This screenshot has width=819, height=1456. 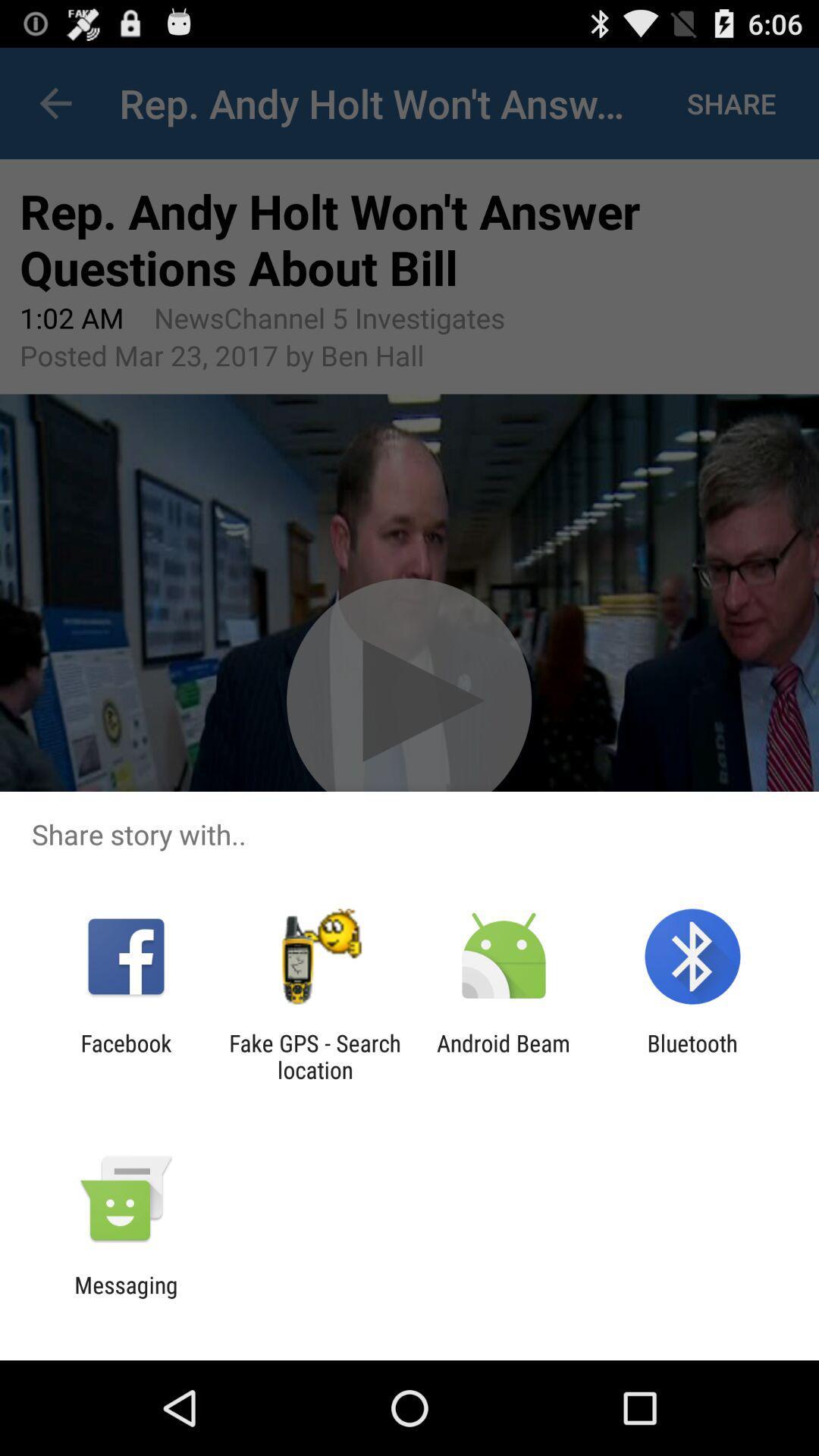 What do you see at coordinates (504, 1056) in the screenshot?
I see `item next to the bluetooth item` at bounding box center [504, 1056].